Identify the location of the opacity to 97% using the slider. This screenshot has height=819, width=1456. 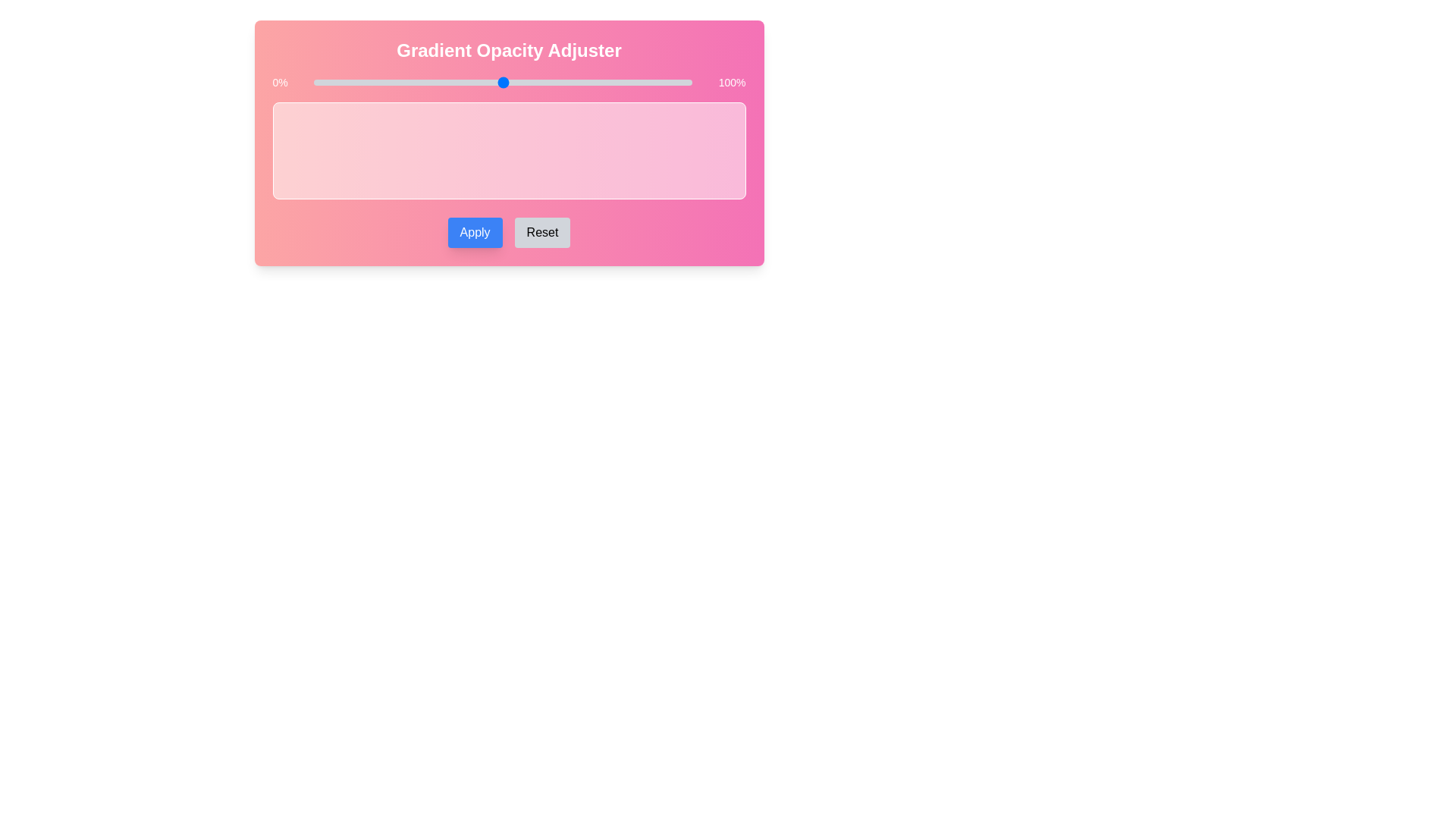
(679, 82).